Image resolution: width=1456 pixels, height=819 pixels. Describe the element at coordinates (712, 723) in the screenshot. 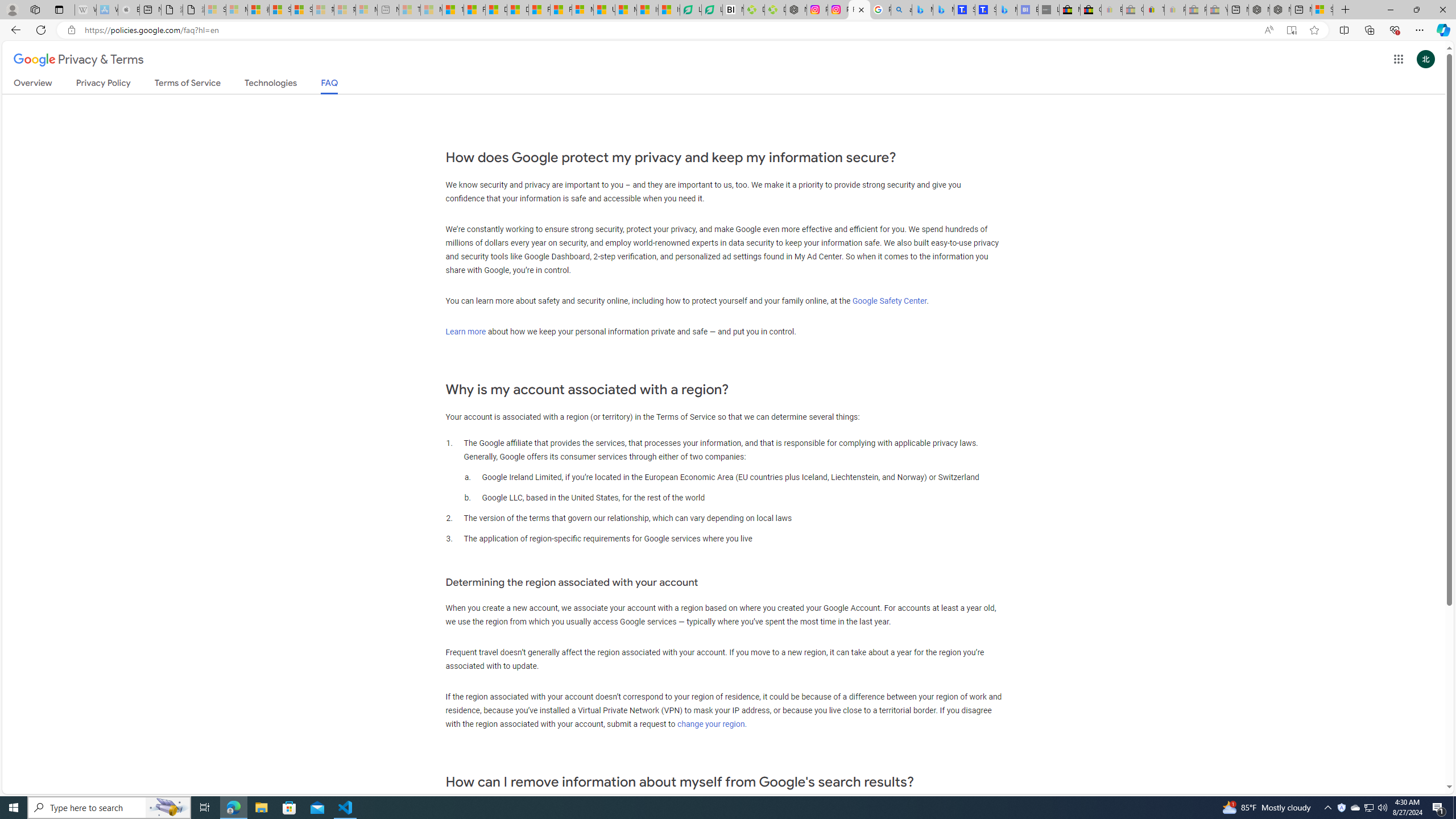

I see `'change your region.'` at that location.